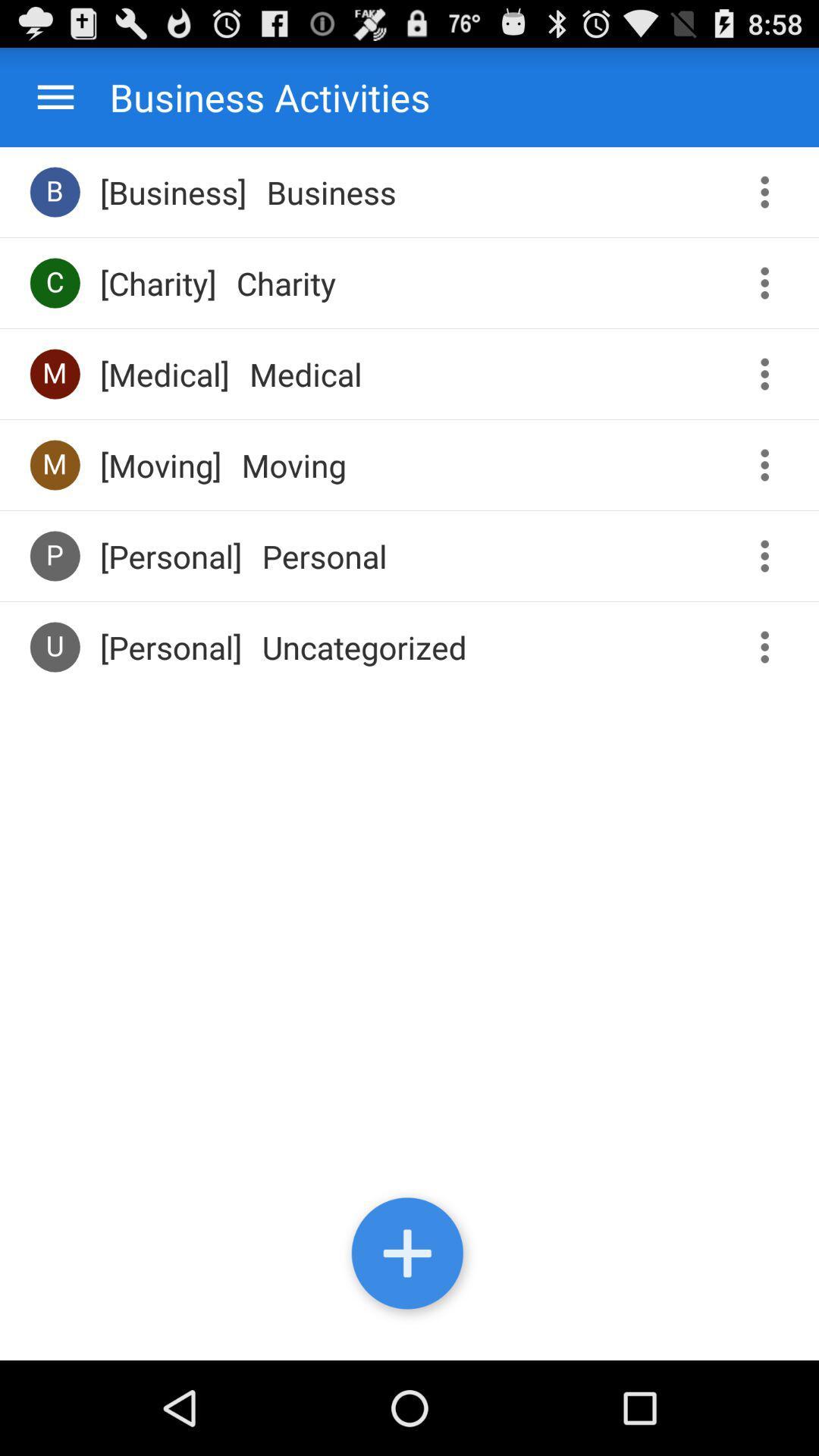  What do you see at coordinates (770, 283) in the screenshot?
I see `expand options` at bounding box center [770, 283].